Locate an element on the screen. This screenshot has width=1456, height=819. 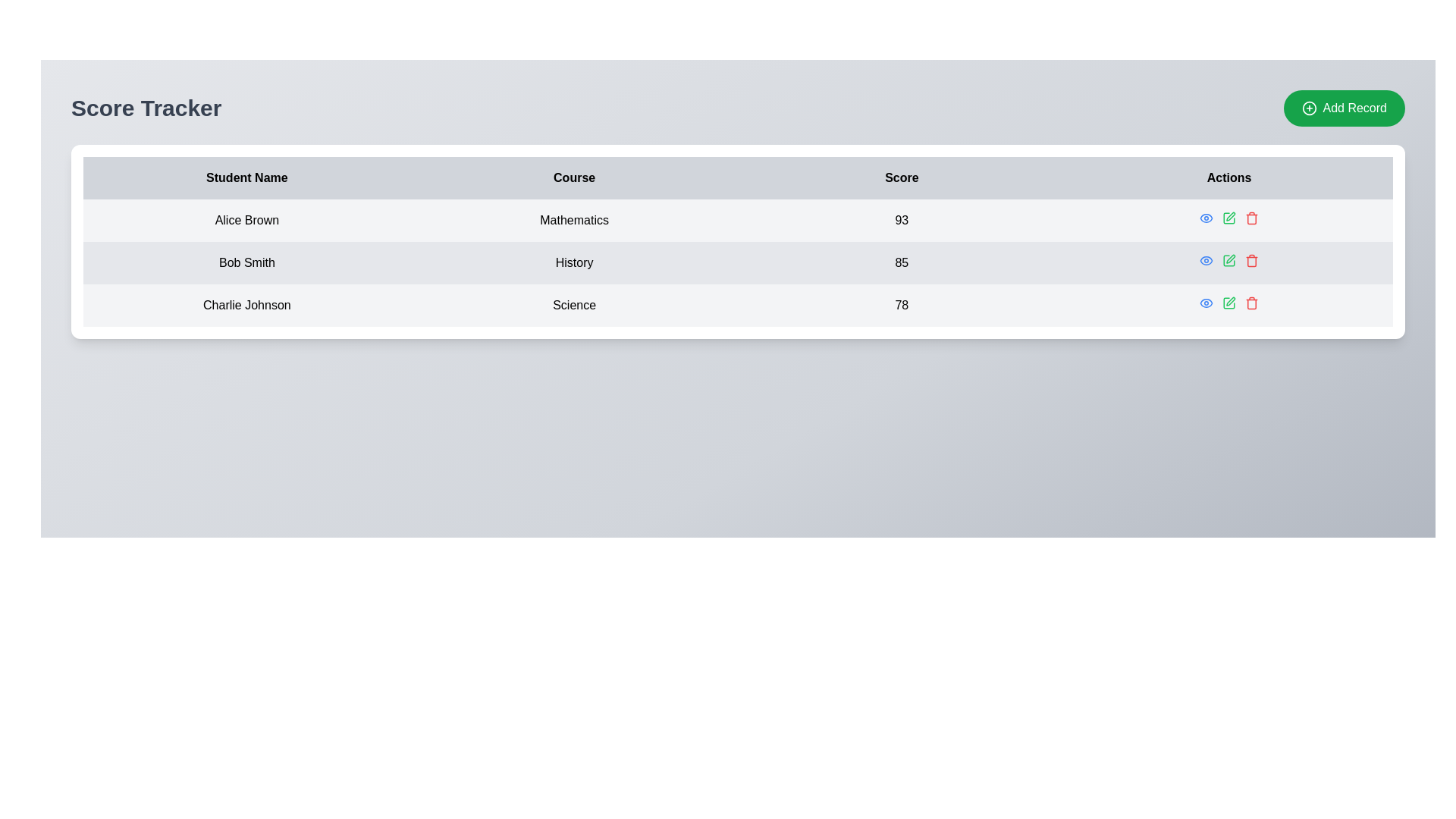
the green edit pen icon located in the 'Actions' column of the last row in the table is located at coordinates (1231, 301).